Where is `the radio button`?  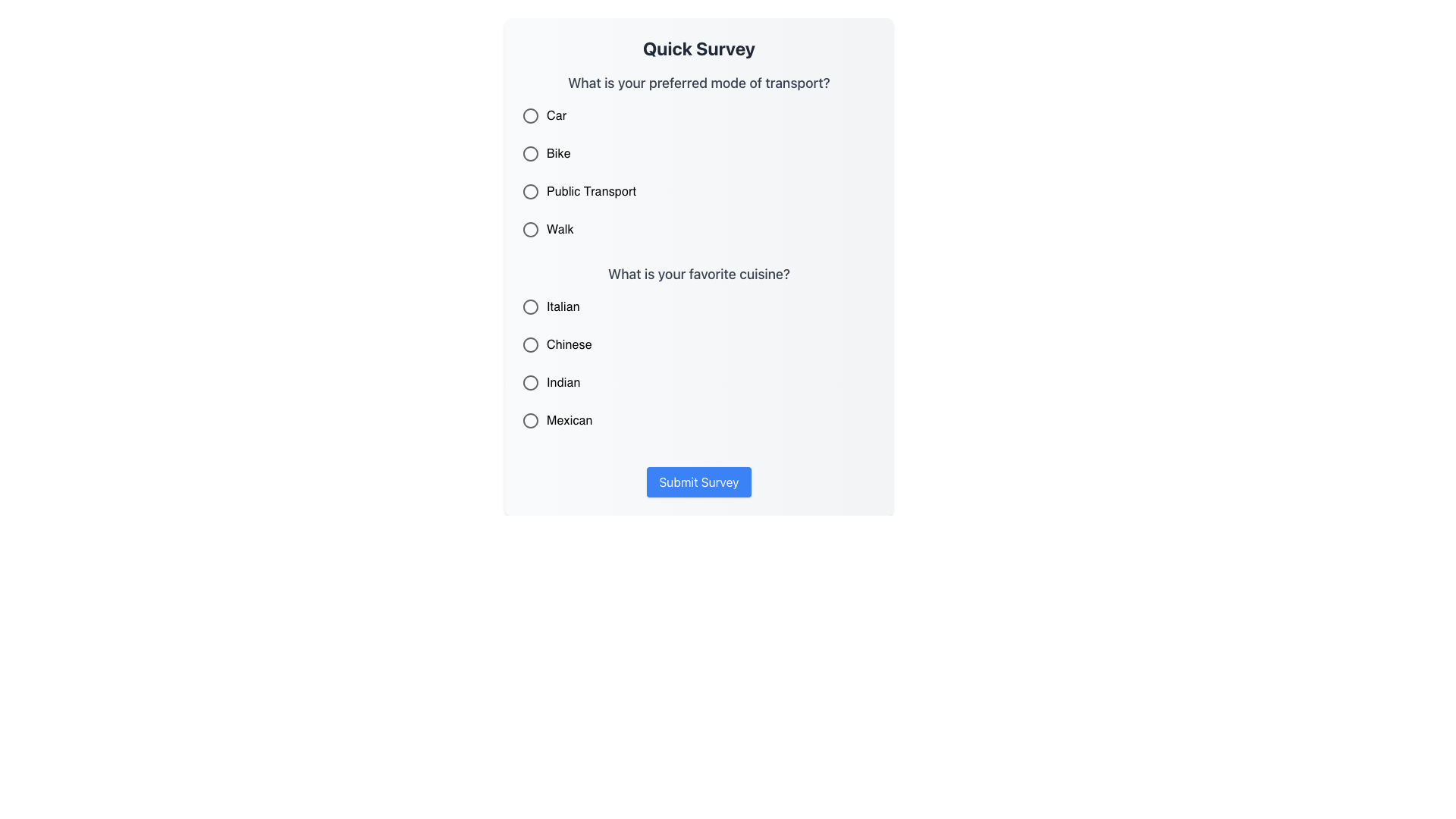 the radio button is located at coordinates (531, 307).